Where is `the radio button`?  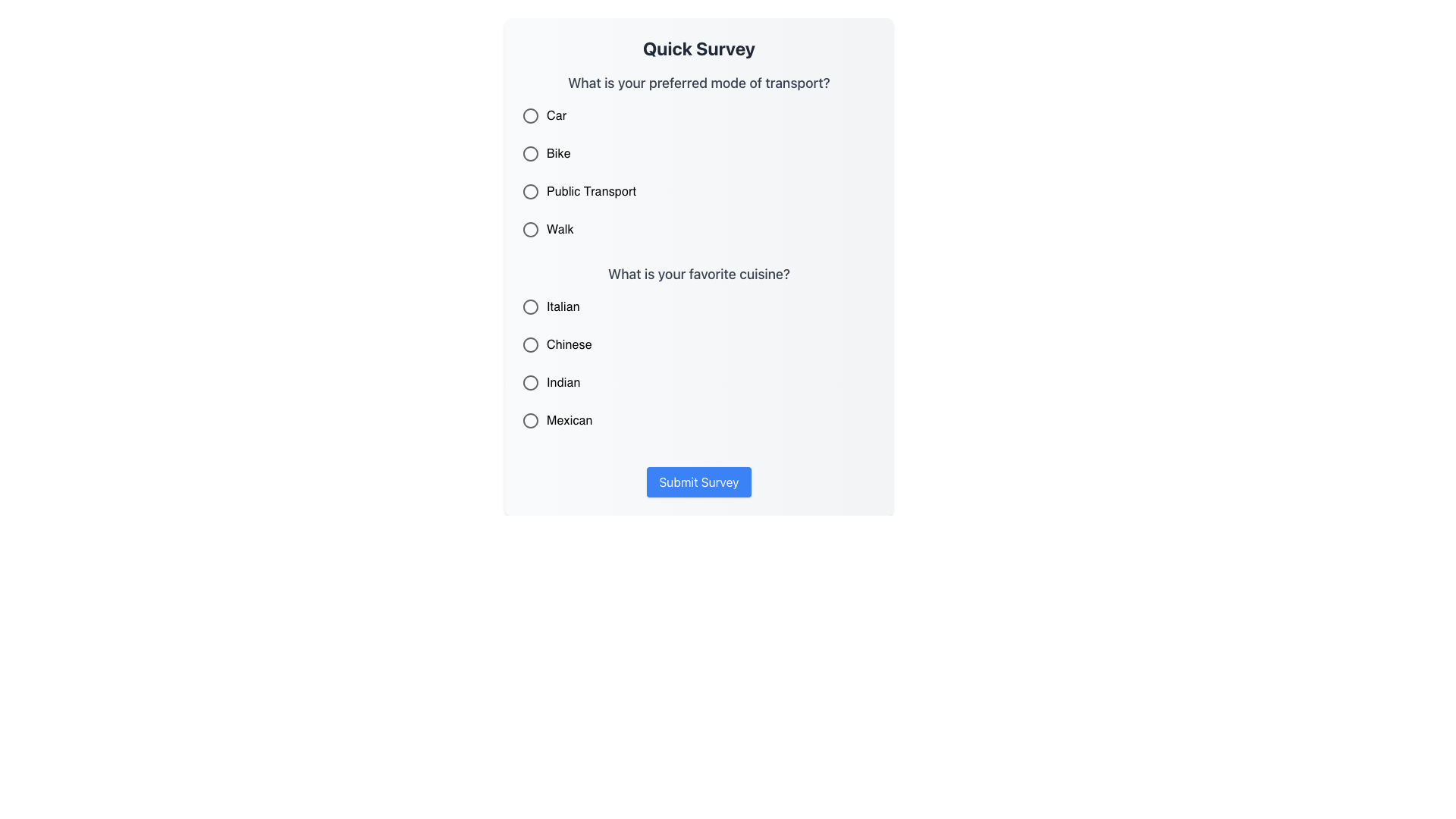 the radio button is located at coordinates (531, 307).